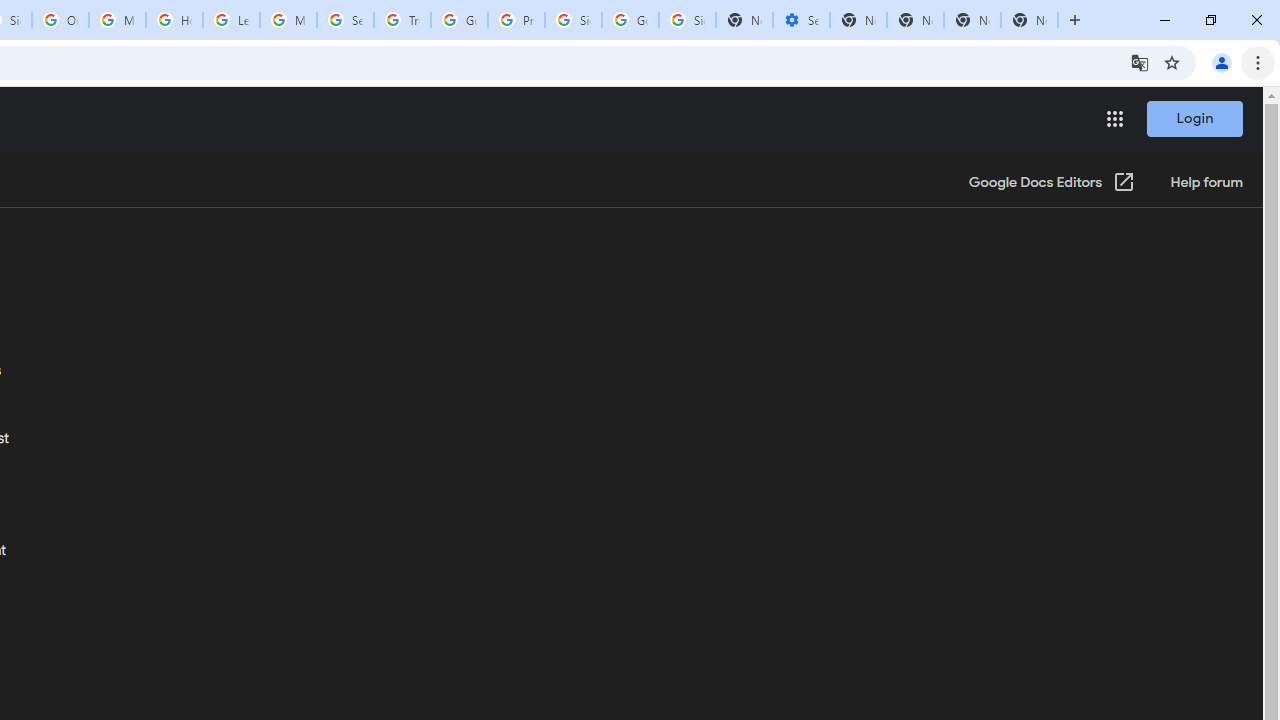 The height and width of the screenshot is (720, 1280). Describe the element at coordinates (401, 20) in the screenshot. I see `'Trusted Information and Content - Google Safety Center'` at that location.